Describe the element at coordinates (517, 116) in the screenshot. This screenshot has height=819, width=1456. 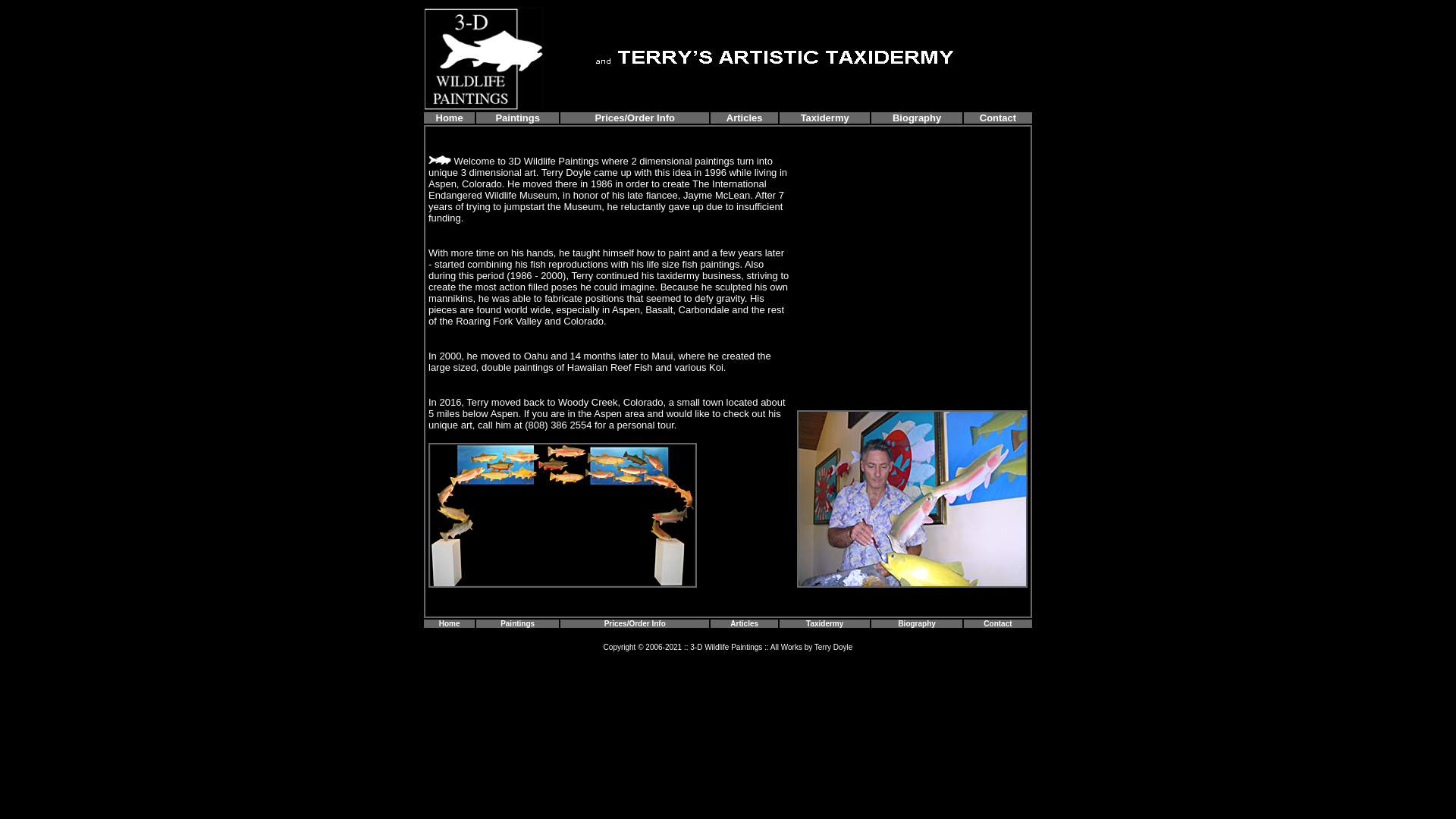
I see `'Paintings'` at that location.